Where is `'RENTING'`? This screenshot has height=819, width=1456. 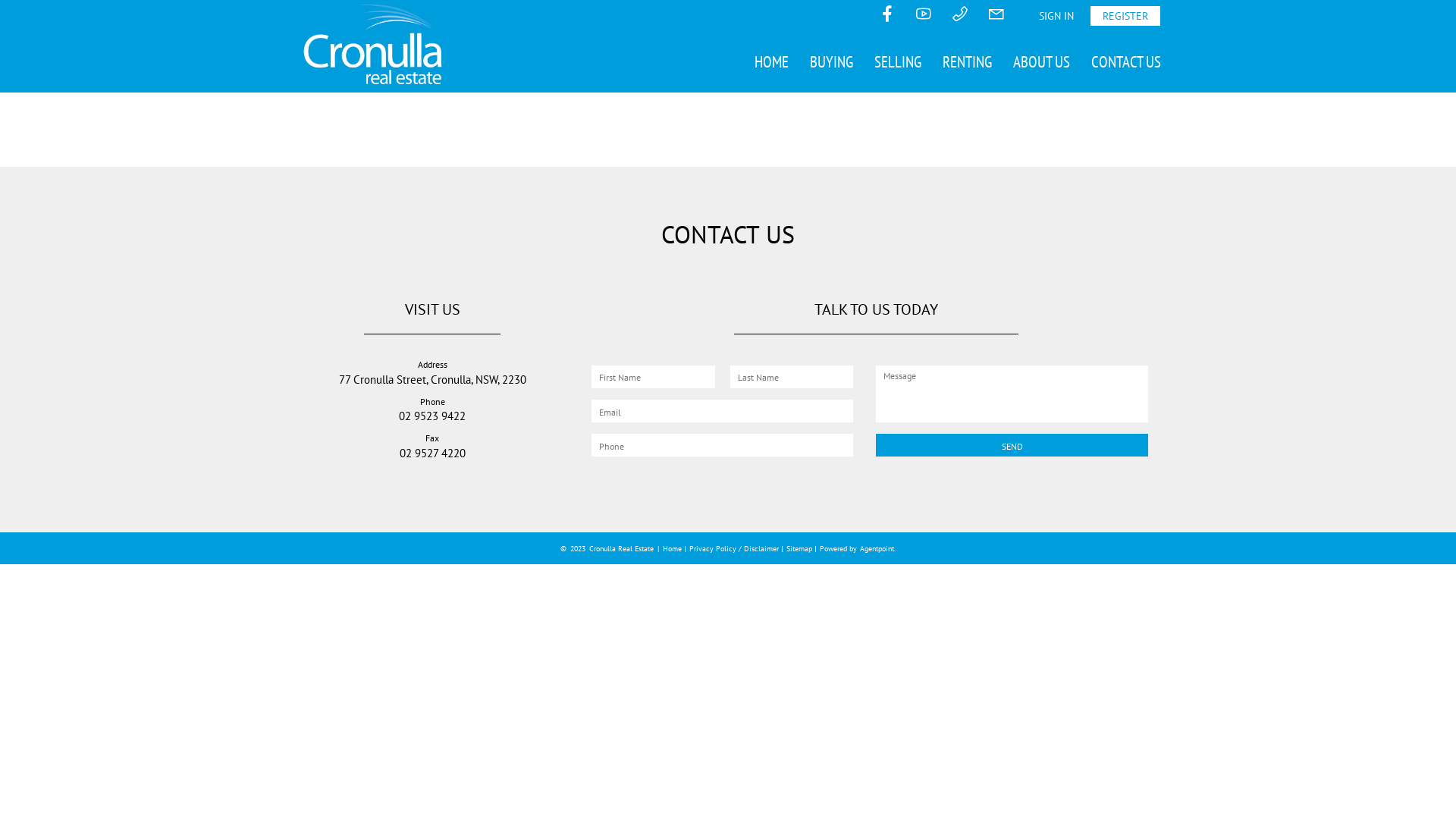
'RENTING' is located at coordinates (966, 61).